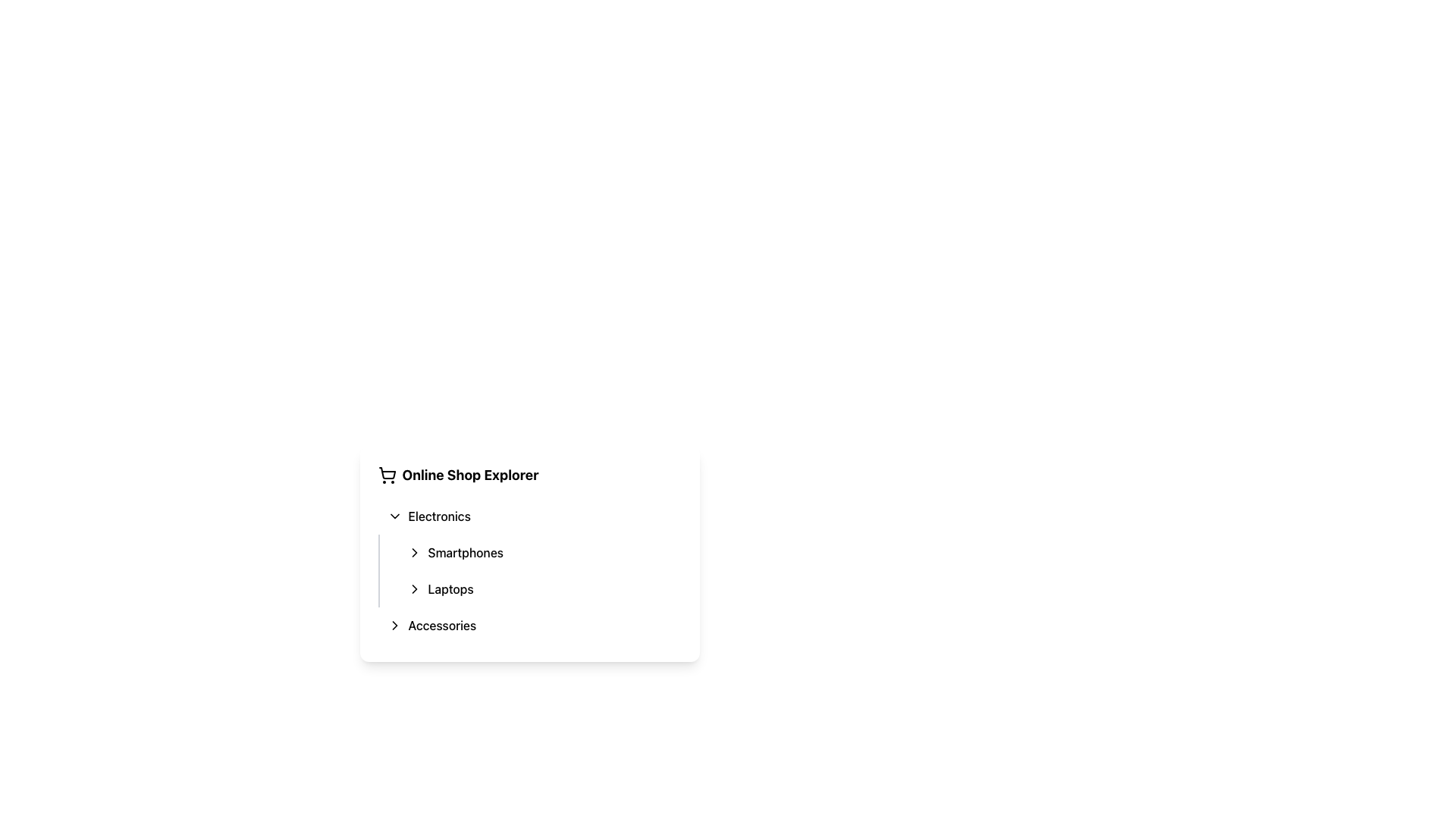 The width and height of the screenshot is (1456, 819). Describe the element at coordinates (450, 588) in the screenshot. I see `the 'Laptops' text label in the 'Electronics' category of the online shopping interface` at that location.